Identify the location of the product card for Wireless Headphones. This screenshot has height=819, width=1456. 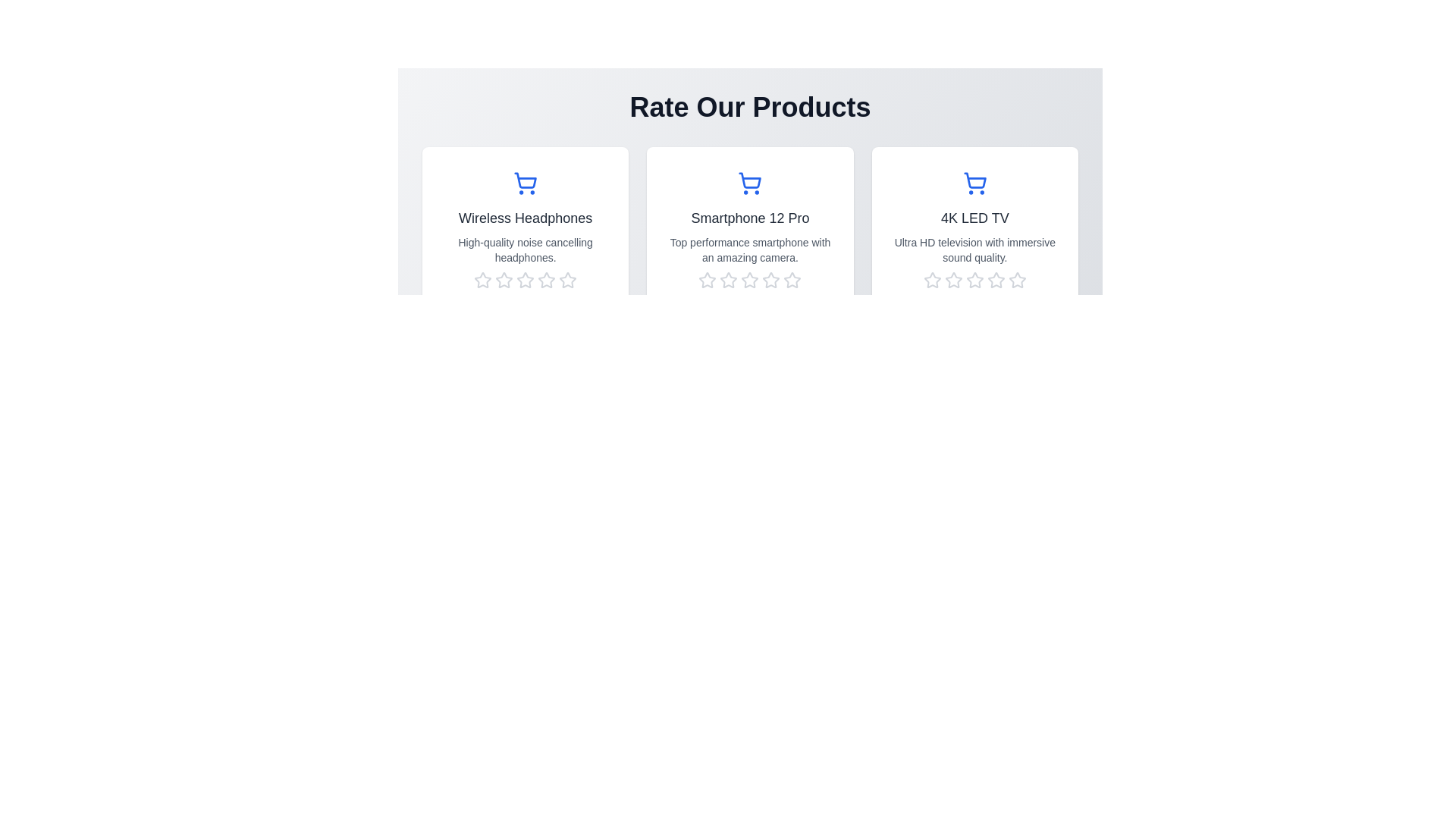
(526, 237).